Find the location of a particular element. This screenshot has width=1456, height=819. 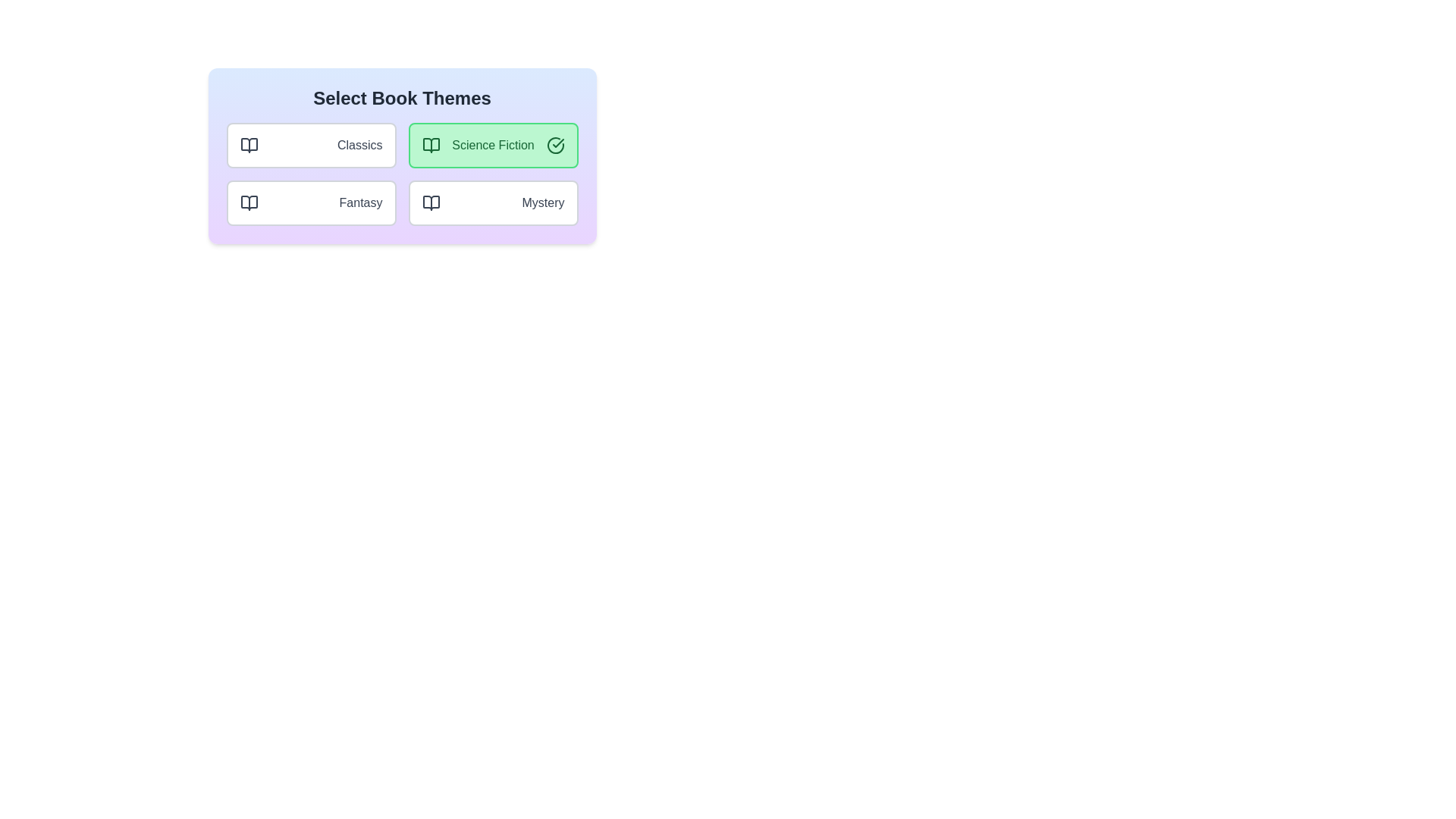

the theme Mystery is located at coordinates (493, 202).